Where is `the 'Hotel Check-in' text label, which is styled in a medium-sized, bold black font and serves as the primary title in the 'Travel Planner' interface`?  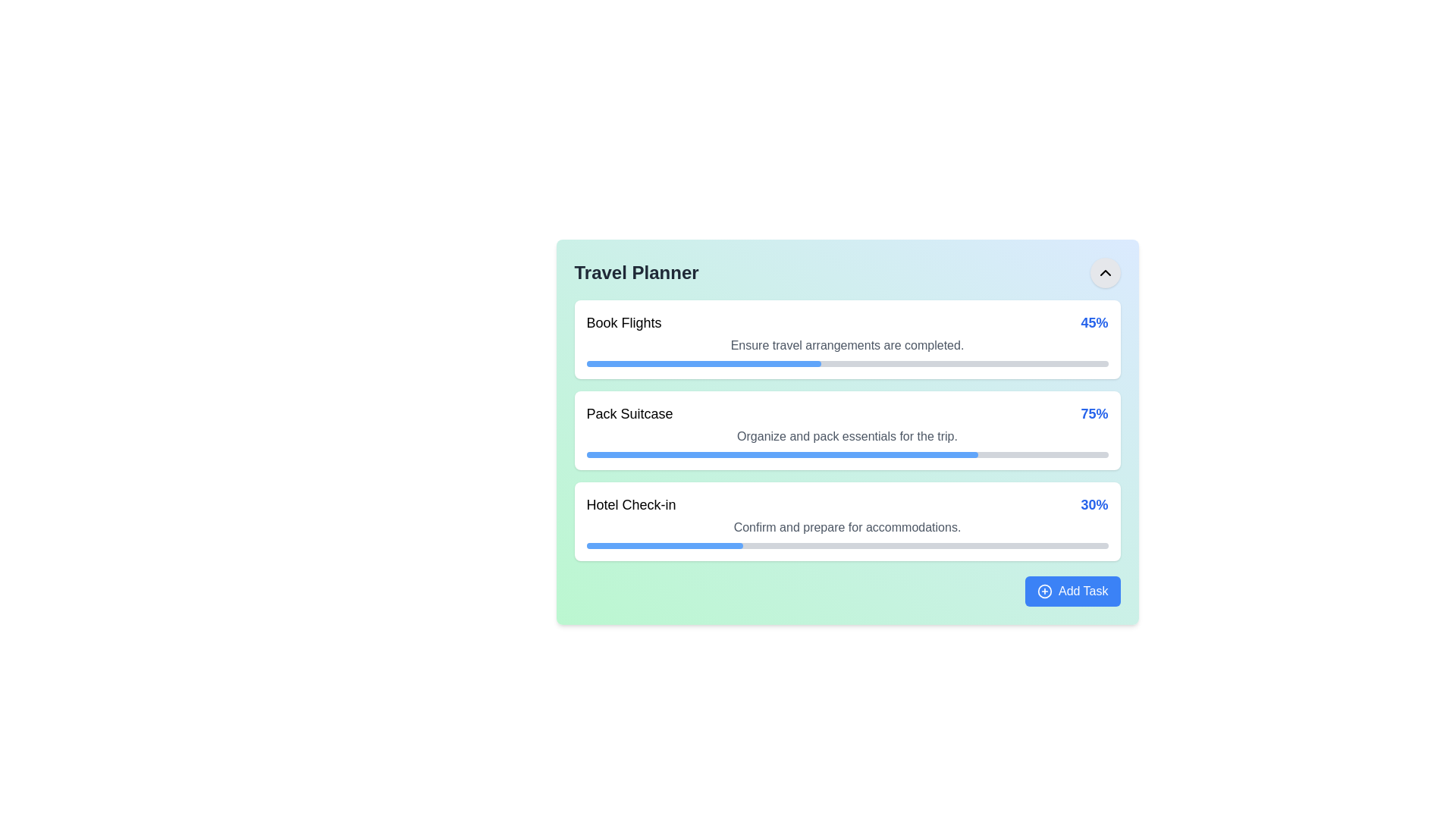
the 'Hotel Check-in' text label, which is styled in a medium-sized, bold black font and serves as the primary title in the 'Travel Planner' interface is located at coordinates (631, 505).